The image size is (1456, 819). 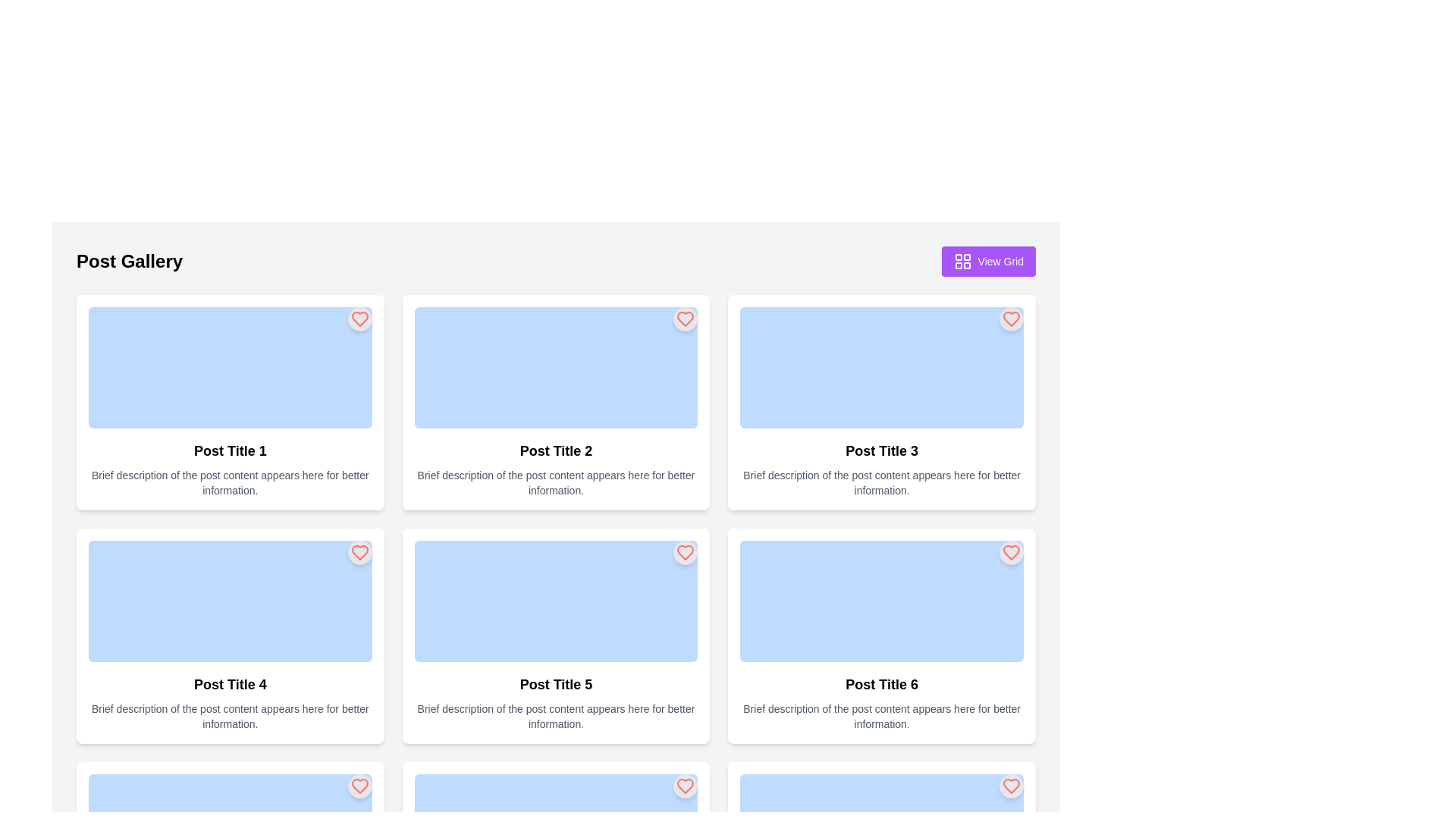 I want to click on the heart-shaped icon outlined in red located in the top-right corner of the card containing 'Post Title 3' to like or unlike the item, so click(x=1012, y=318).